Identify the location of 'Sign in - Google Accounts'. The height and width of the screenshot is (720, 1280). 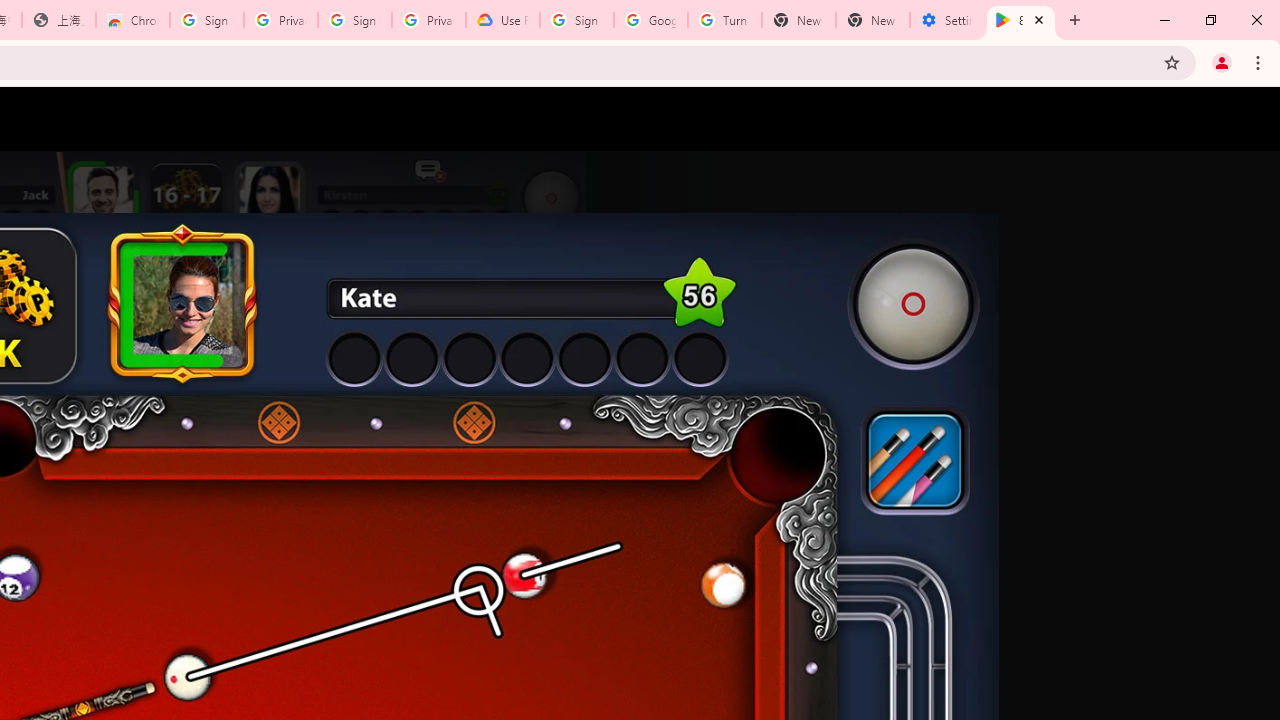
(207, 20).